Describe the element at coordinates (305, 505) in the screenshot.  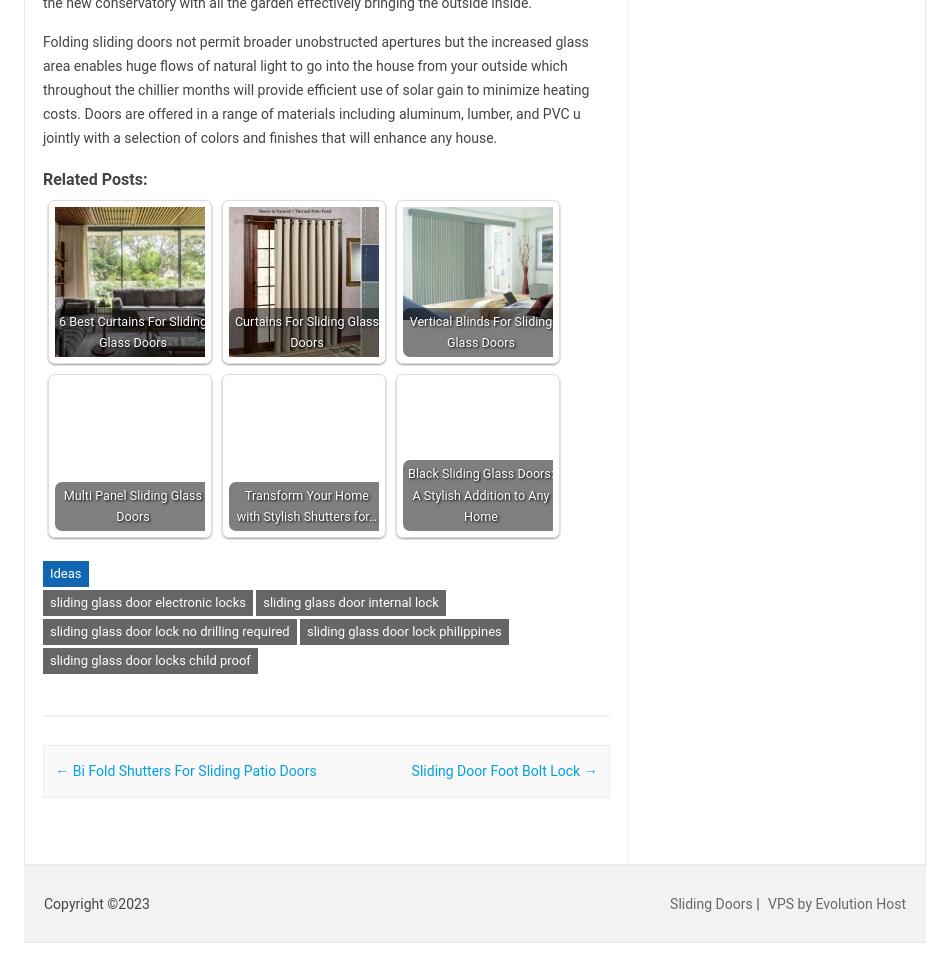
I see `'Transform Your Home with Stylish Shutters for…'` at that location.